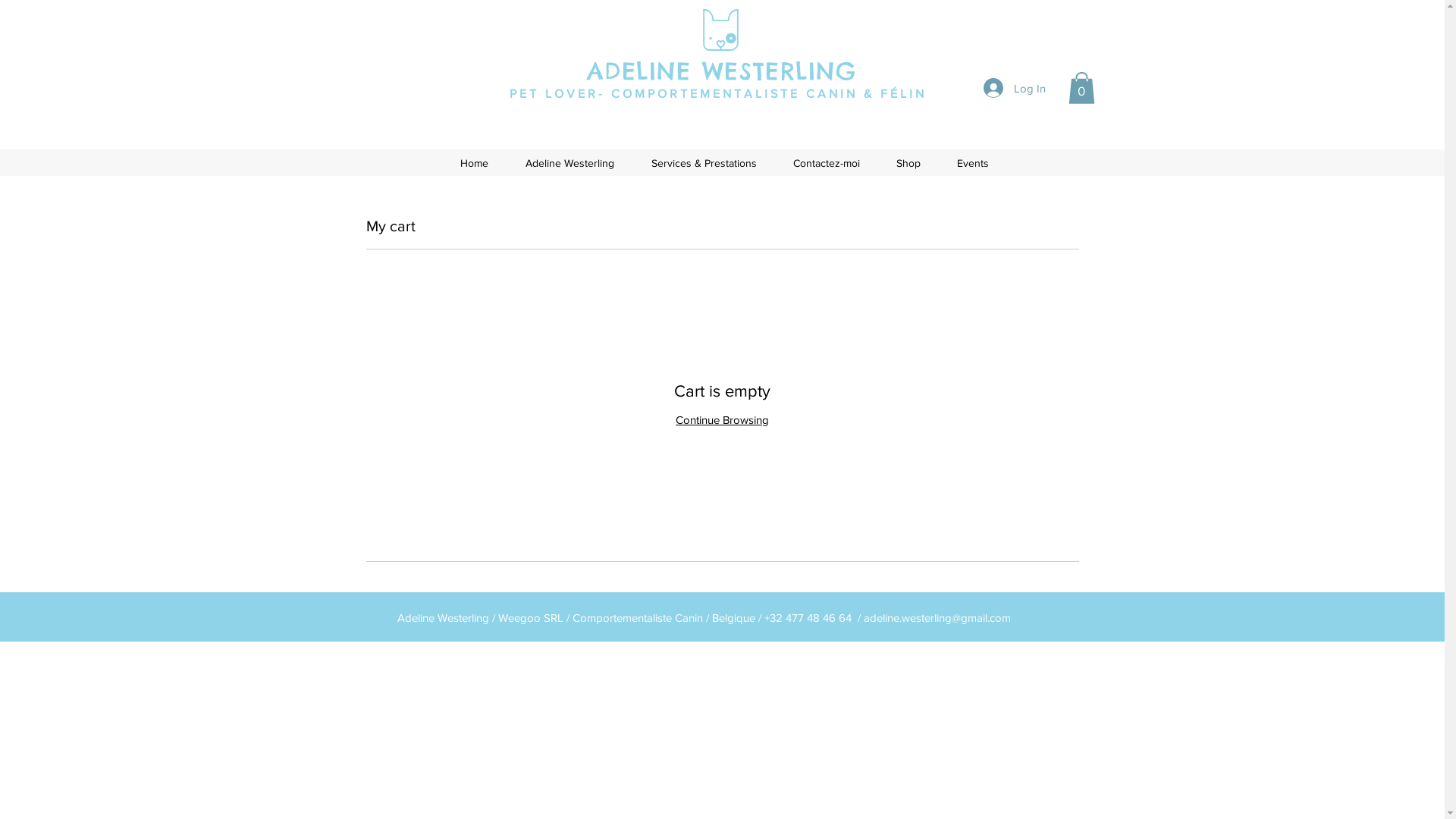  Describe the element at coordinates (702, 163) in the screenshot. I see `'Services & Prestations'` at that location.